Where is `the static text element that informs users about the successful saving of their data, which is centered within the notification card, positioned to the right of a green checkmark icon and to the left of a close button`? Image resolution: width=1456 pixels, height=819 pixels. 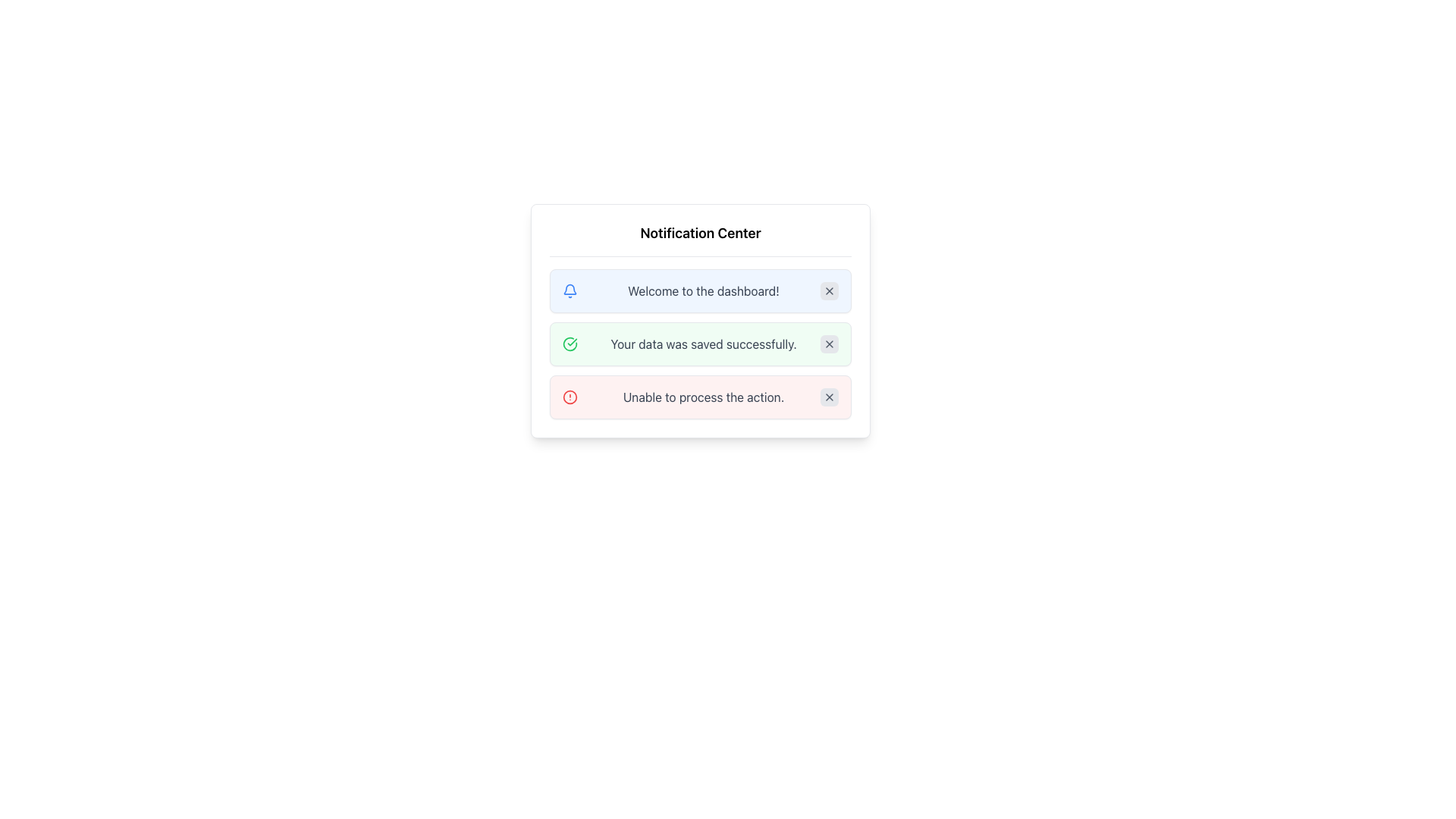
the static text element that informs users about the successful saving of their data, which is centered within the notification card, positioned to the right of a green checkmark icon and to the left of a close button is located at coordinates (702, 344).